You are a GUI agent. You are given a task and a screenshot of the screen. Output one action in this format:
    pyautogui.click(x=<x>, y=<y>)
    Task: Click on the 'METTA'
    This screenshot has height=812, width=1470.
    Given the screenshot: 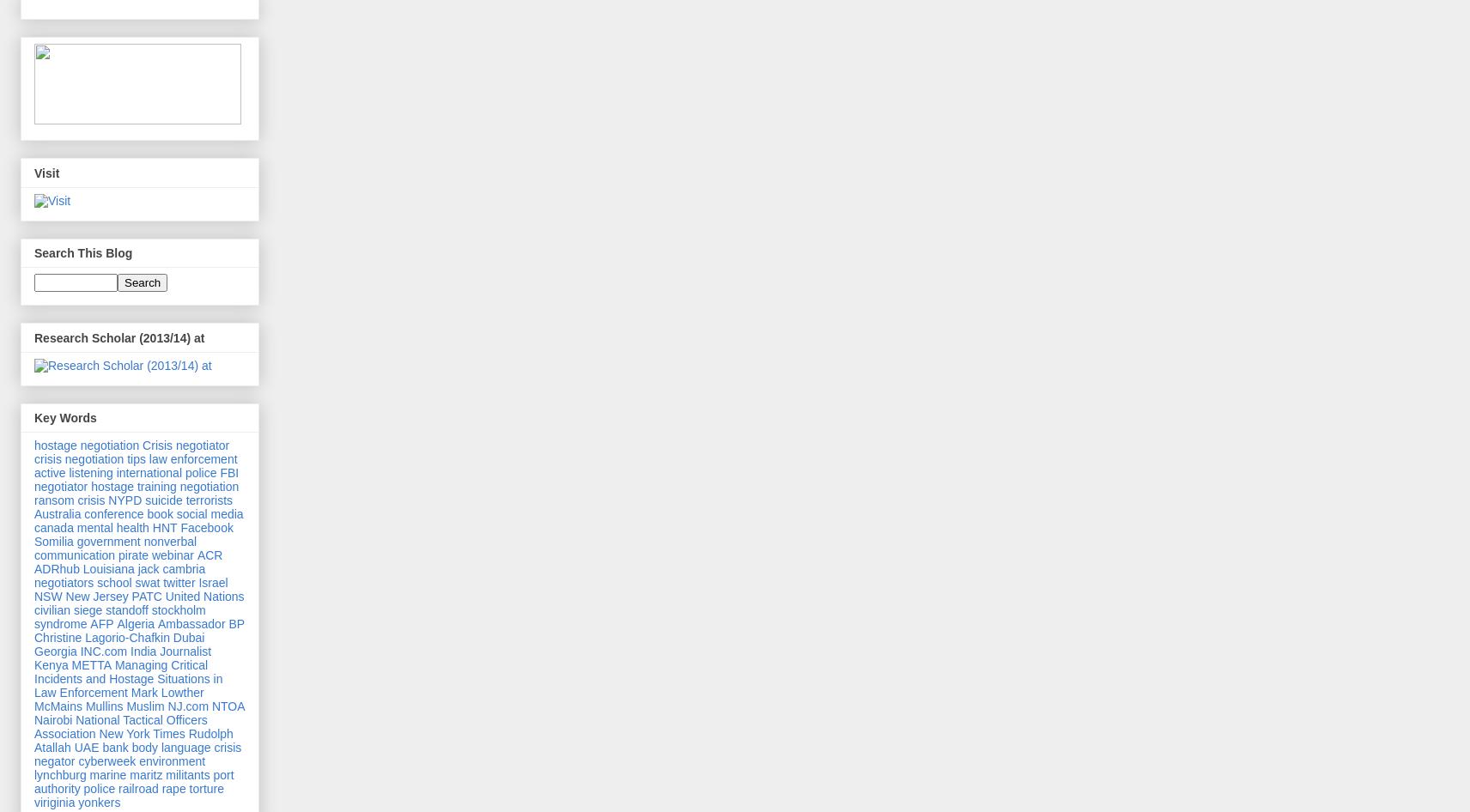 What is the action you would take?
    pyautogui.click(x=90, y=664)
    